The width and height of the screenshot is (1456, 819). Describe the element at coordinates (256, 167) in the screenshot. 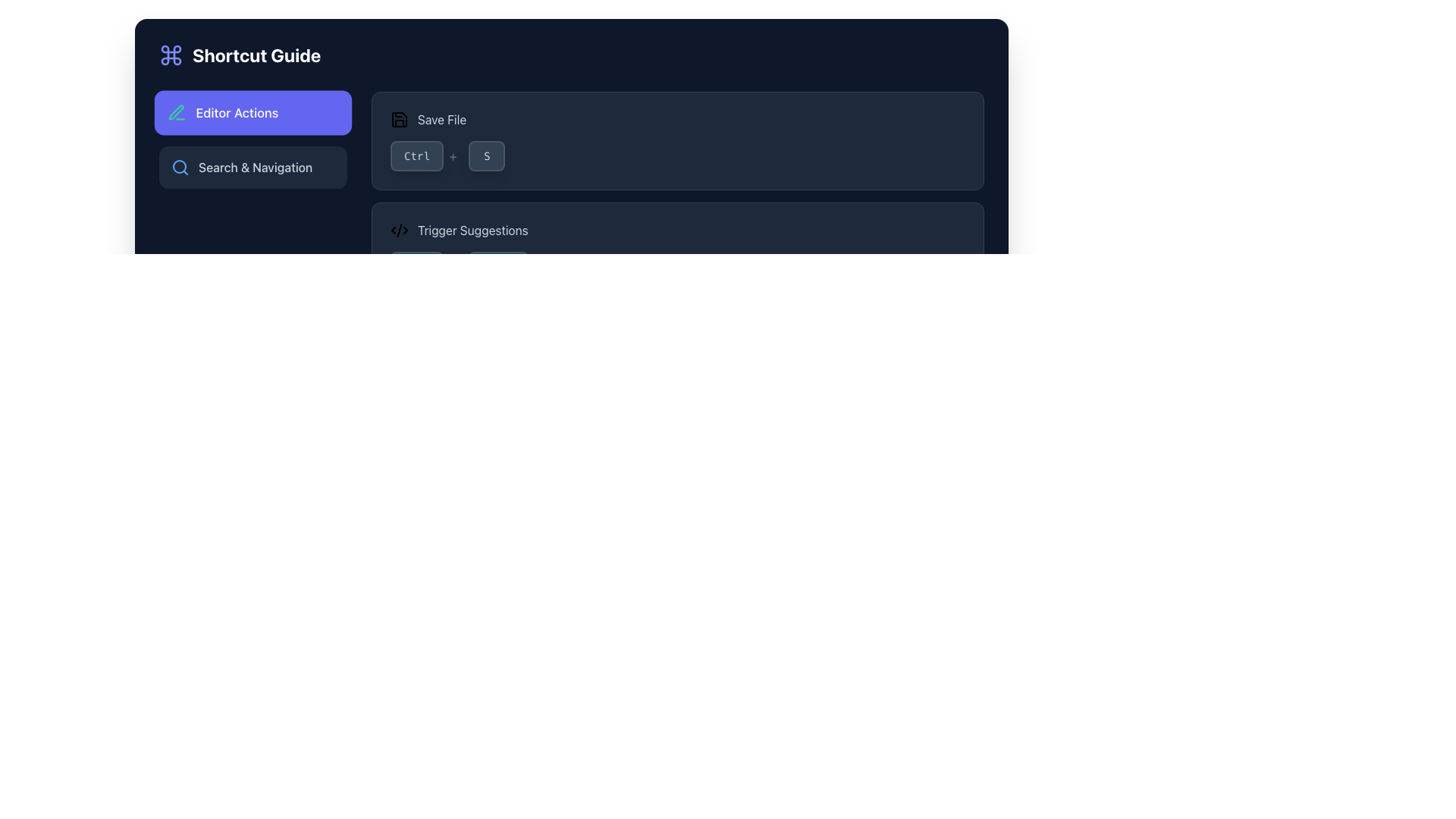

I see `the 'Search & Navigation' label, which is styled with a medium font weight and is centrally positioned within a dark-themed interface` at that location.